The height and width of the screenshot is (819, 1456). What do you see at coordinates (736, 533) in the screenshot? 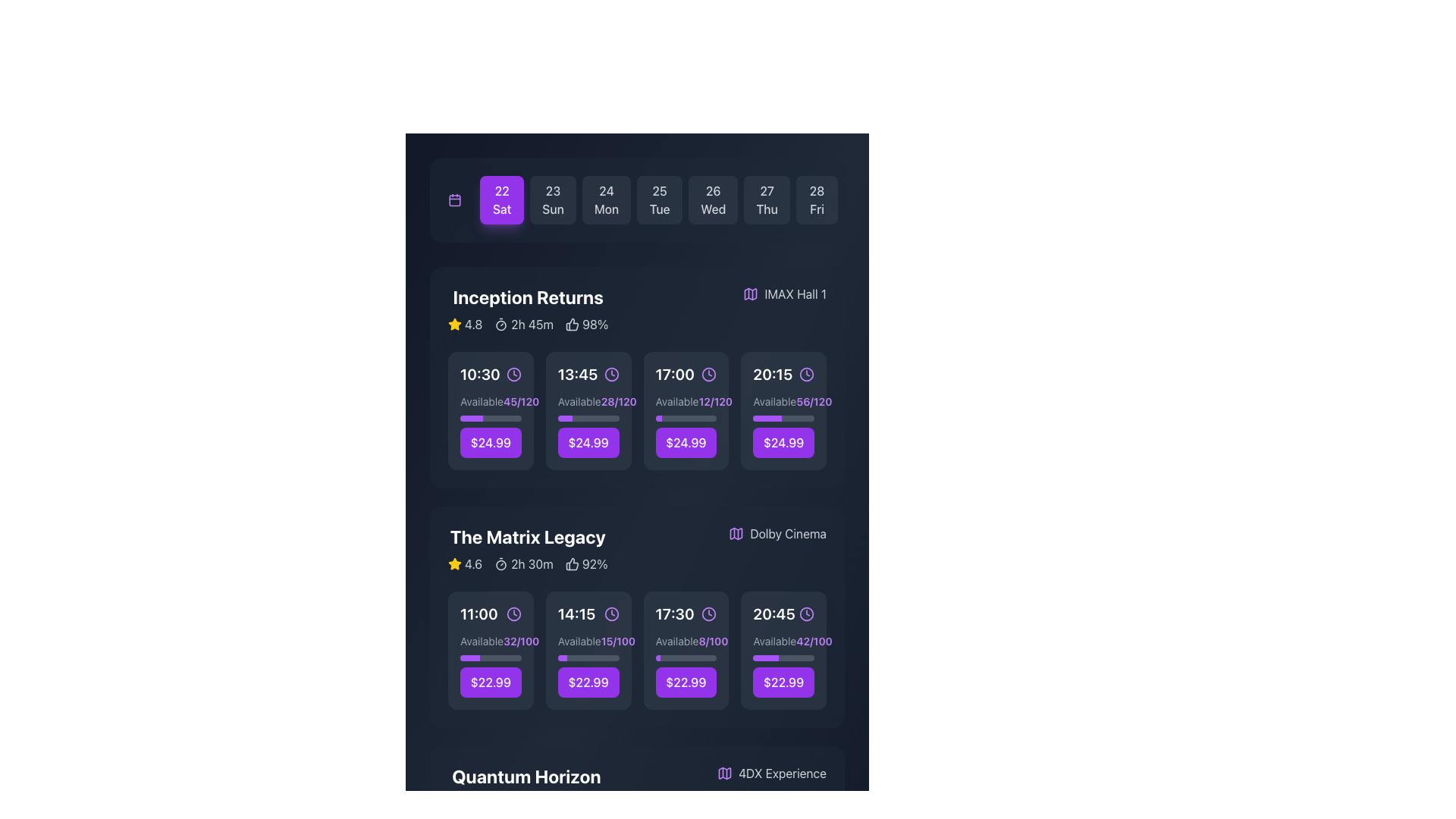
I see `the decorative icon next to the 'Dolby Cinema' text, which enhances its visual appeal within the context of 'The Matrix Legacy'` at bounding box center [736, 533].